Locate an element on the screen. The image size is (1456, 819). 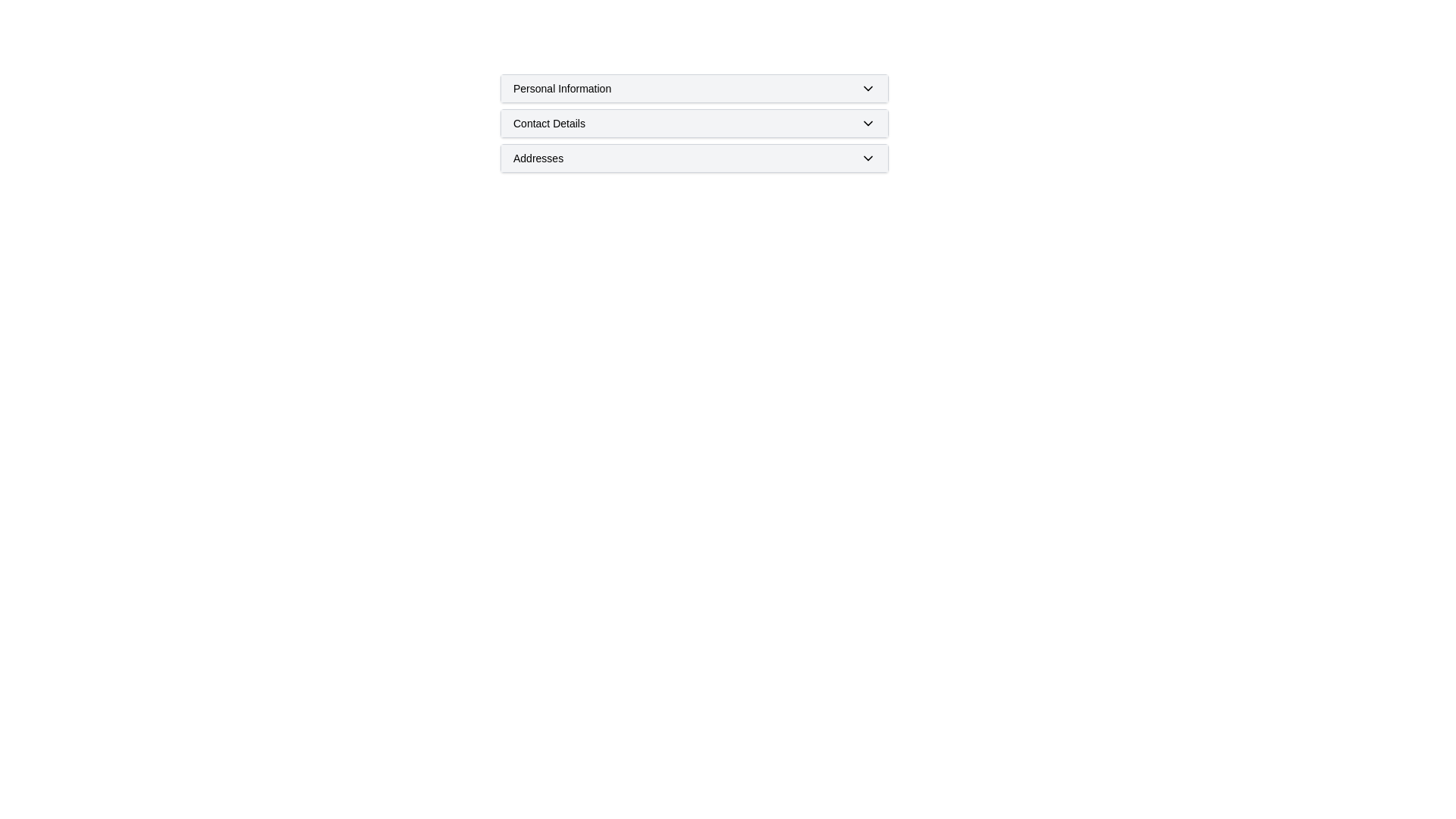
the collapsible header labeled 'Contact Details' to navigate through keyboard controls is located at coordinates (694, 122).